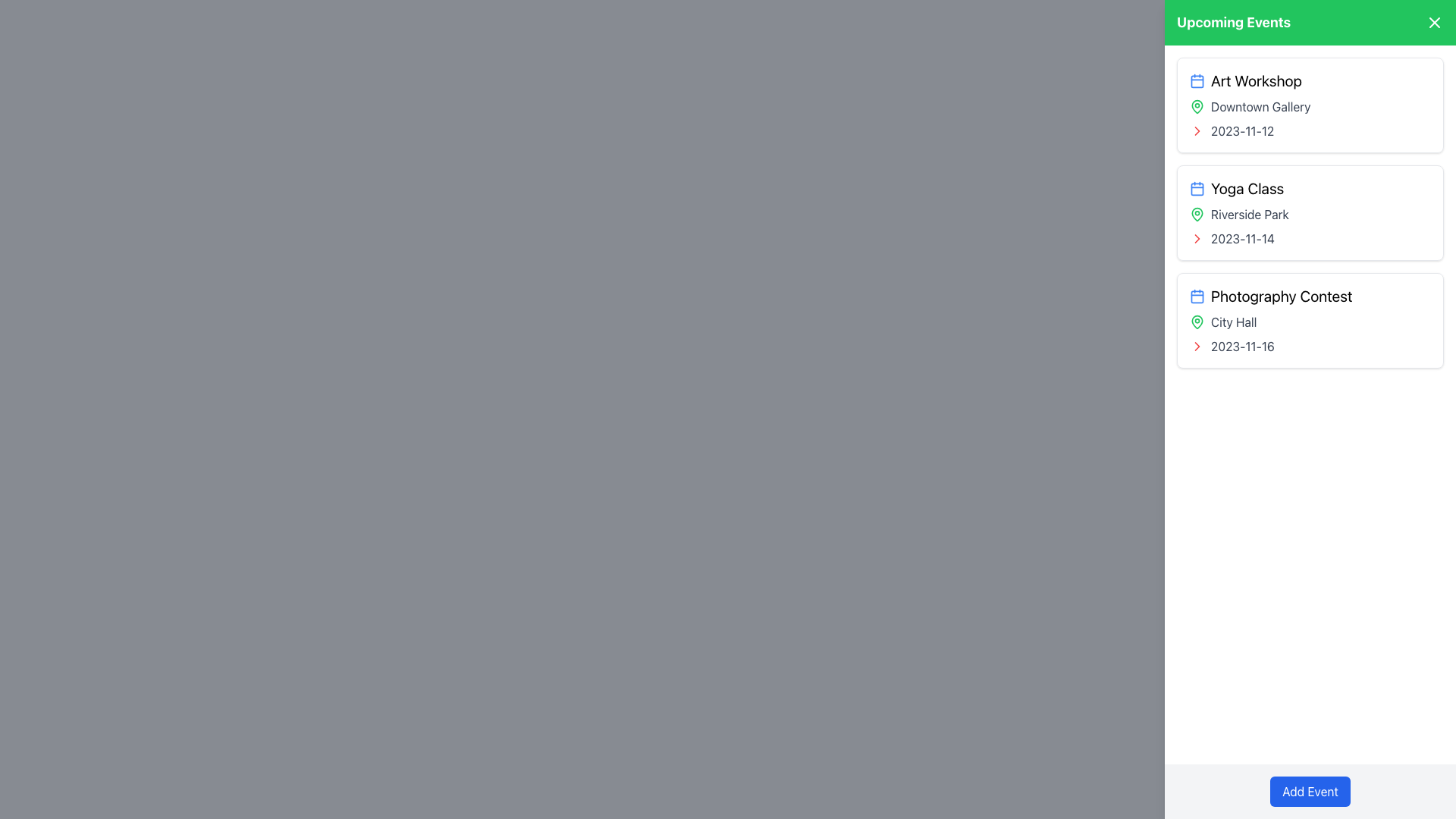 Image resolution: width=1456 pixels, height=819 pixels. What do you see at coordinates (1197, 214) in the screenshot?
I see `the map pin icon with a green outline next to the text 'Riverside Park'` at bounding box center [1197, 214].